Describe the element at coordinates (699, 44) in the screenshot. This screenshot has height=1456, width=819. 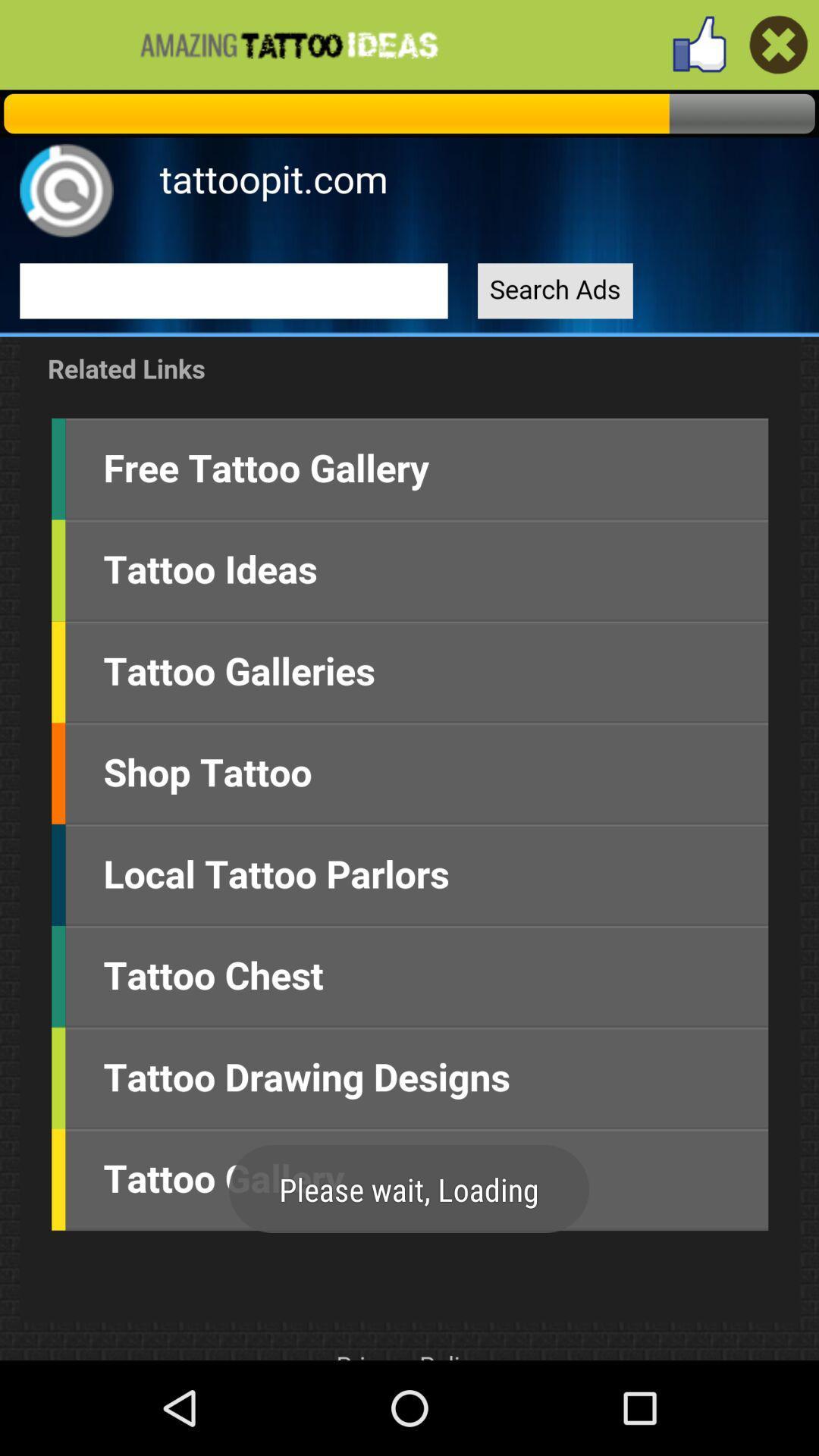
I see `like the app button` at that location.